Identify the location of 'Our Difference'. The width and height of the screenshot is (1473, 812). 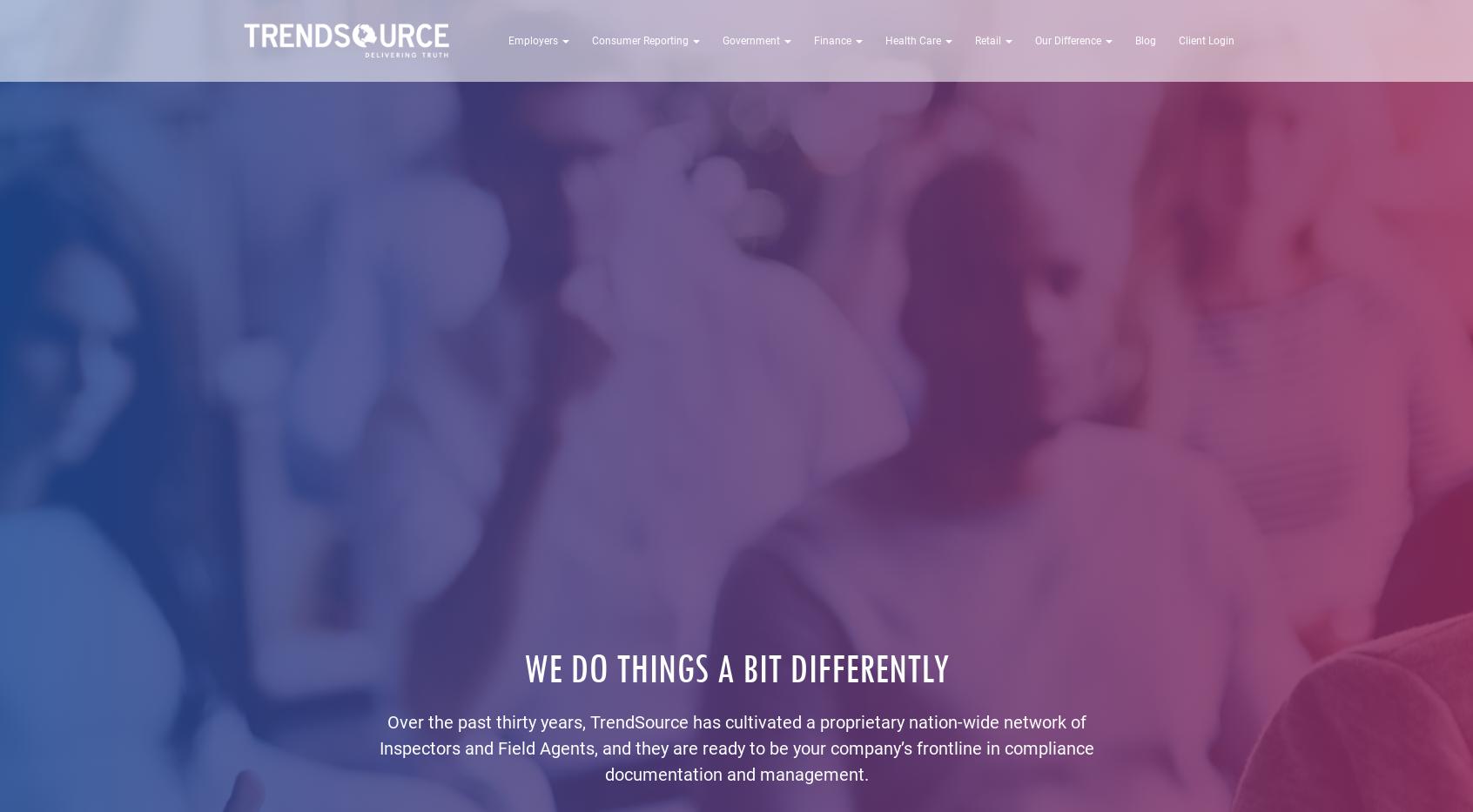
(1033, 40).